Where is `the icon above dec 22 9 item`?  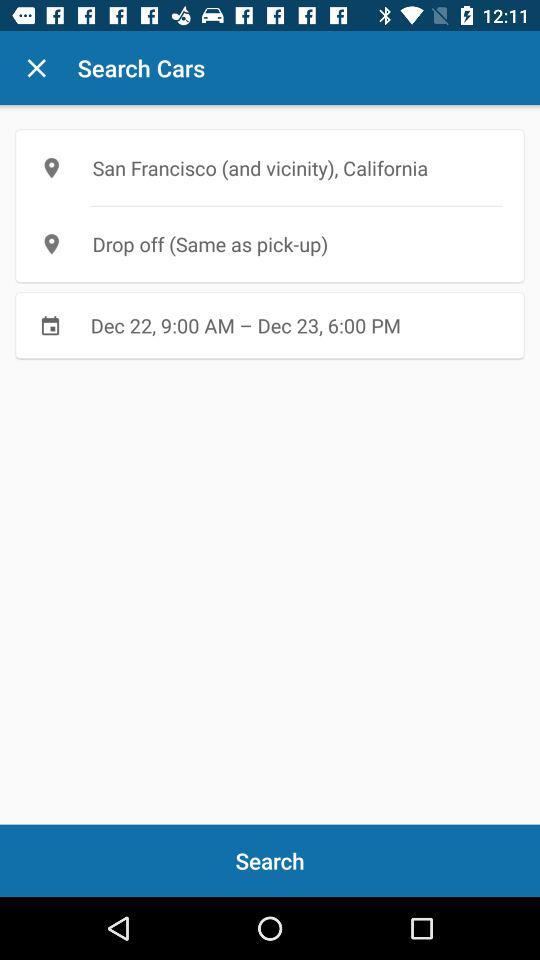
the icon above dec 22 9 item is located at coordinates (270, 243).